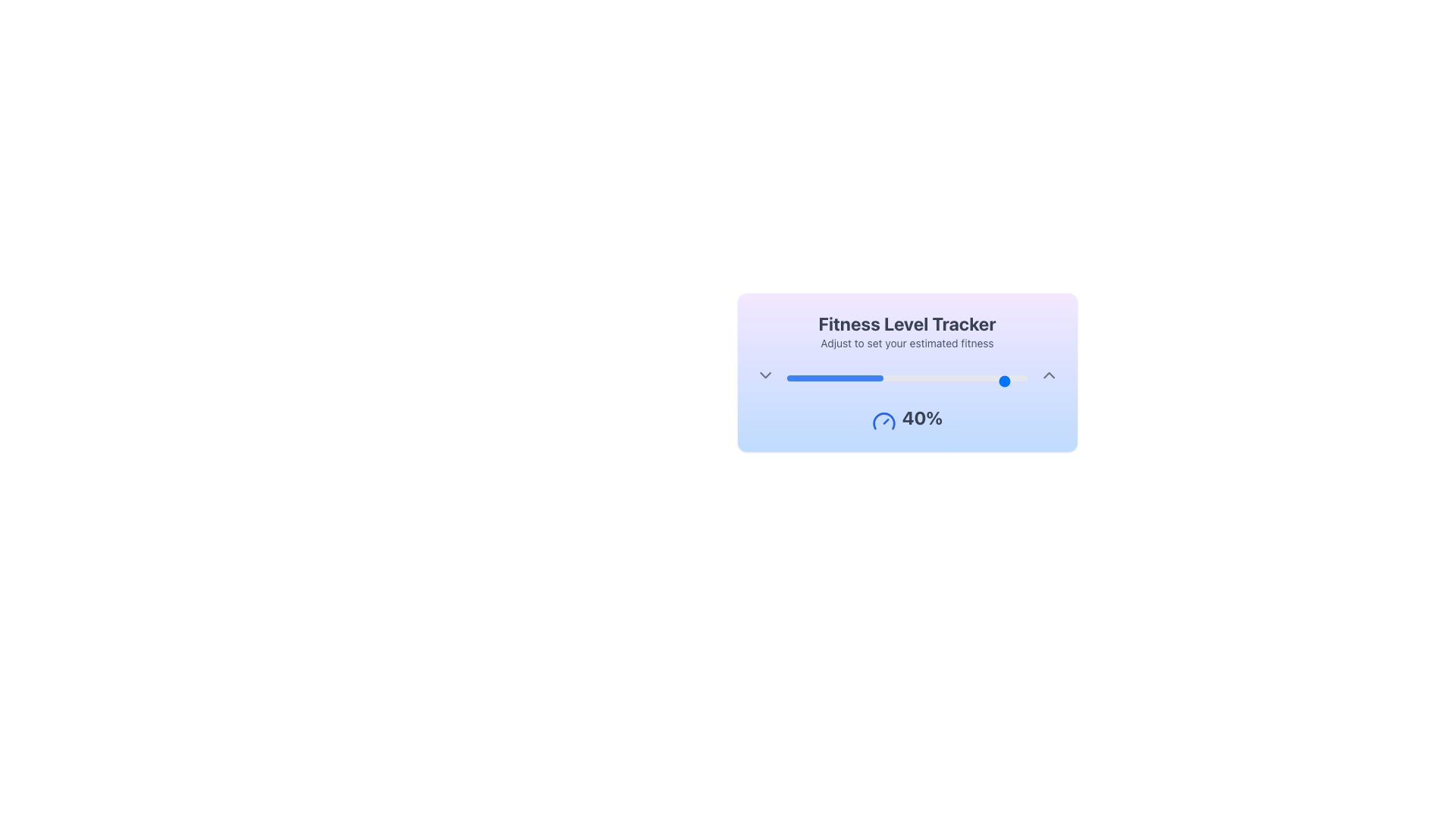 This screenshot has height=819, width=1456. I want to click on label indicating 'Fitness Level Tracker', which serves as the title for the widget and is positioned above the sibling text 'Adjust to set your estimated fitness', so click(907, 323).